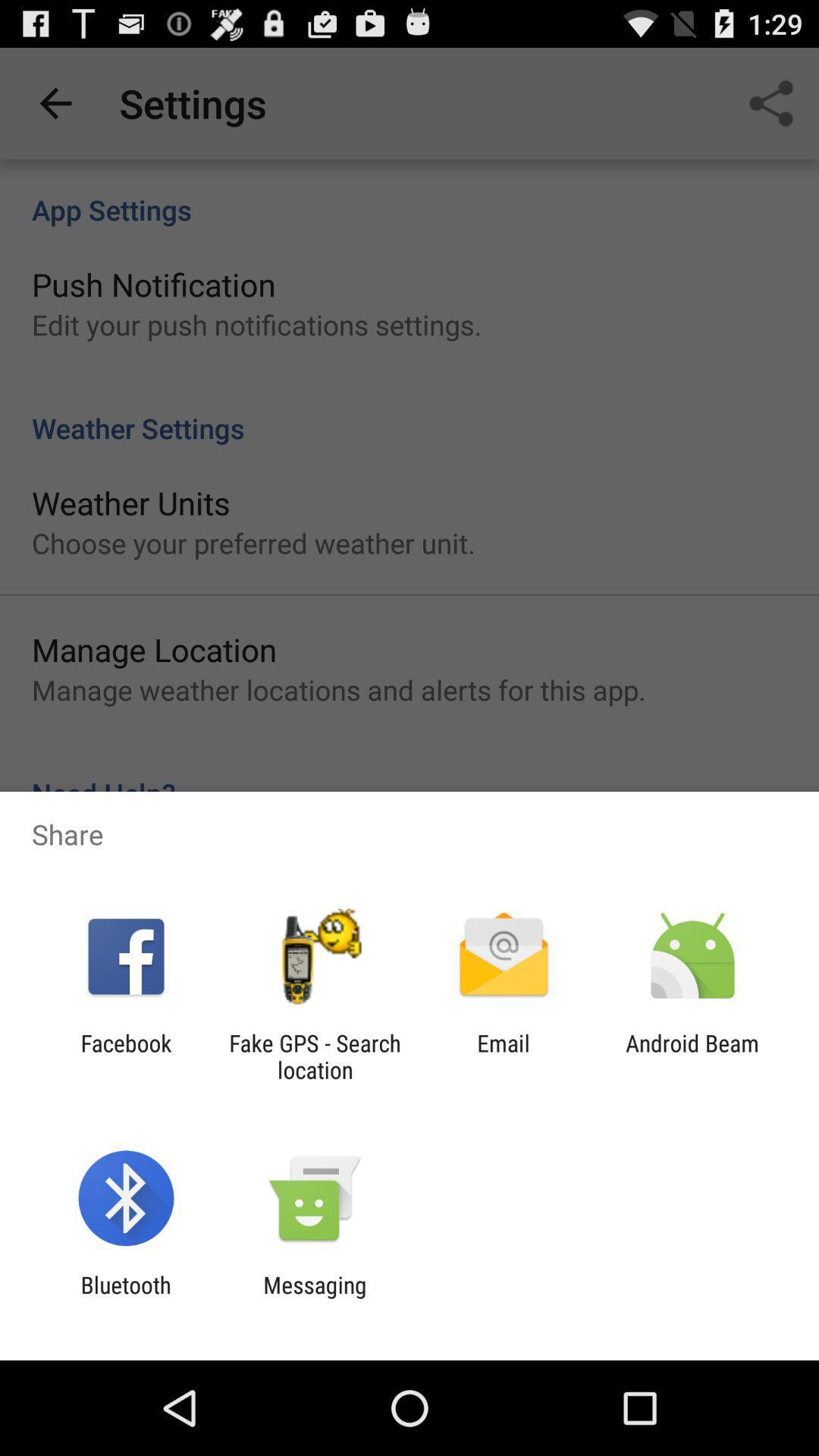  Describe the element at coordinates (314, 1298) in the screenshot. I see `icon to the right of bluetooth item` at that location.